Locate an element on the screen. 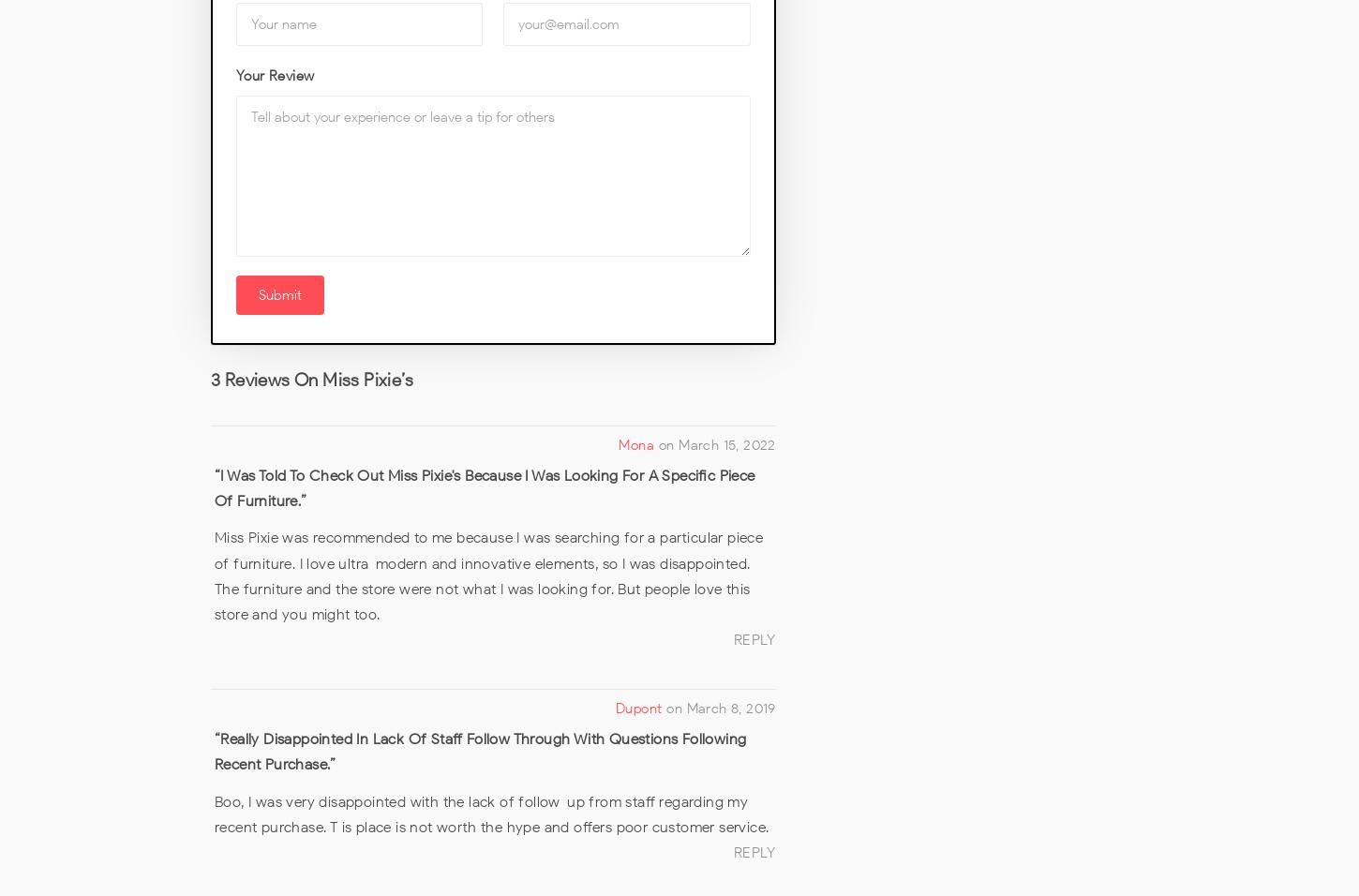 Image resolution: width=1359 pixels, height=896 pixels. '3 Reviews on Miss Pixie’s' is located at coordinates (312, 379).